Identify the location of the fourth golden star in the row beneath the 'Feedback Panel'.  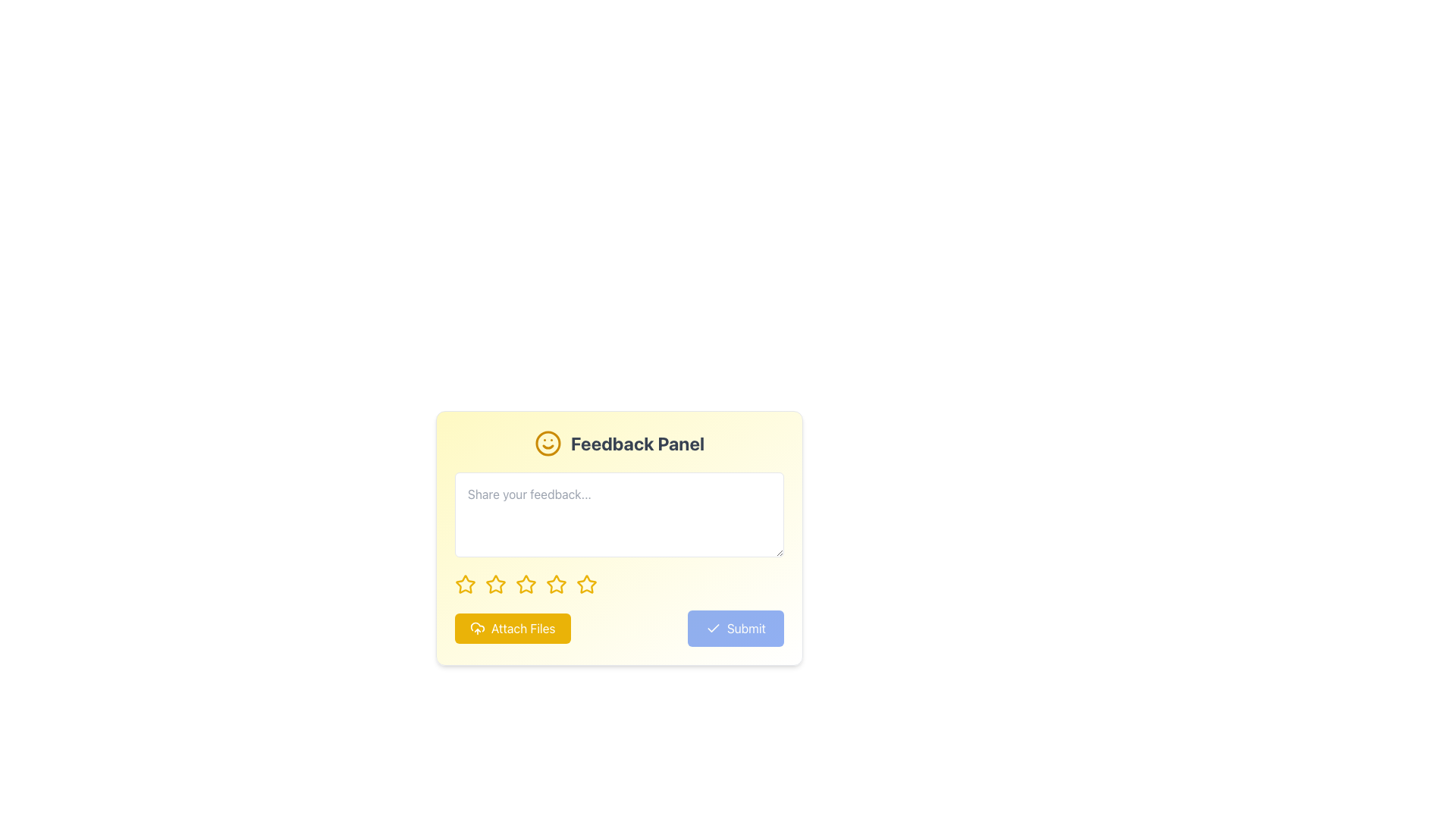
(556, 583).